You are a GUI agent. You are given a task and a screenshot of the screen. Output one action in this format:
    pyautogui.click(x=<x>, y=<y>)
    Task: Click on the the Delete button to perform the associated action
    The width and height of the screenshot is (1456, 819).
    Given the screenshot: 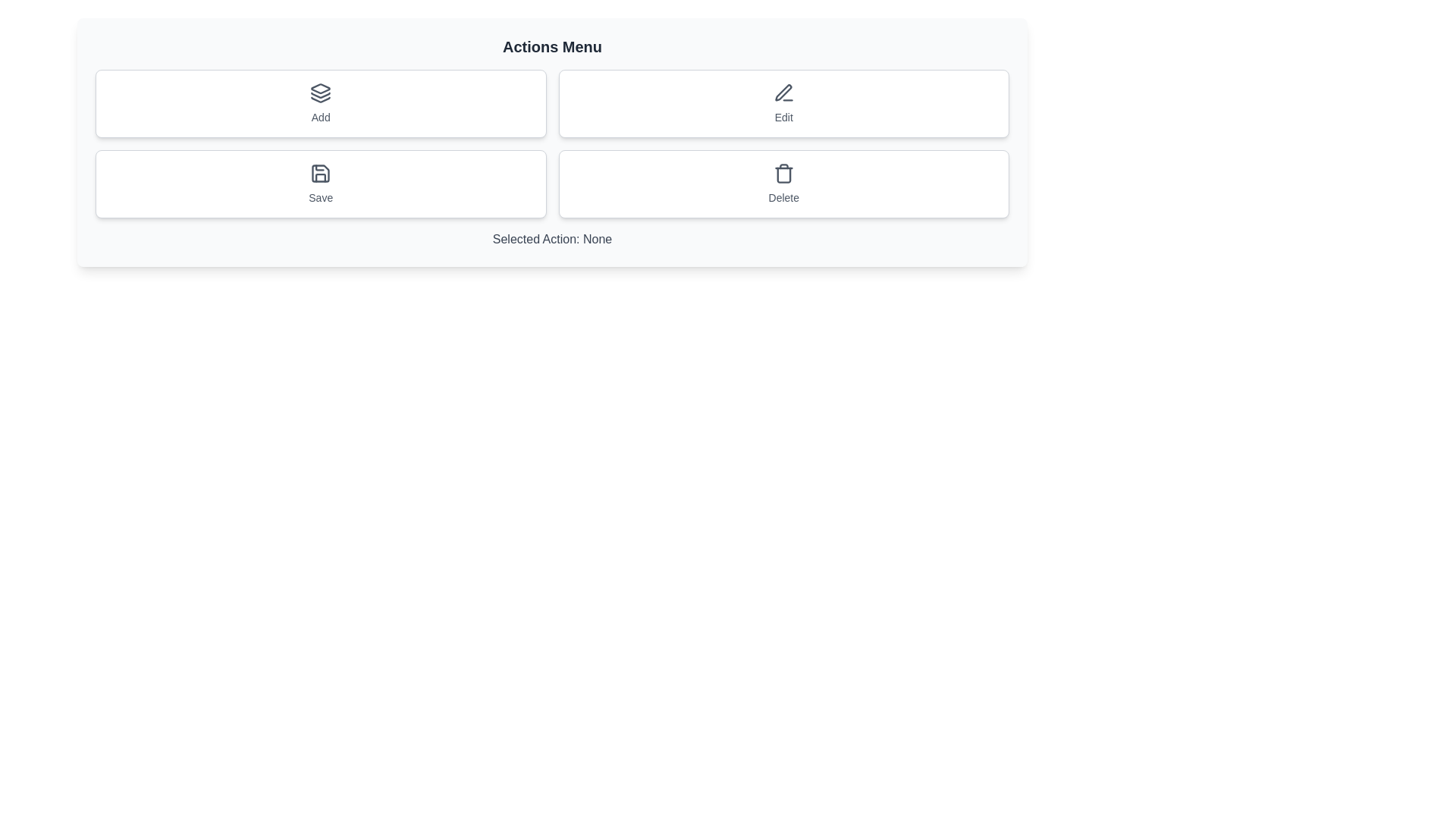 What is the action you would take?
    pyautogui.click(x=783, y=184)
    